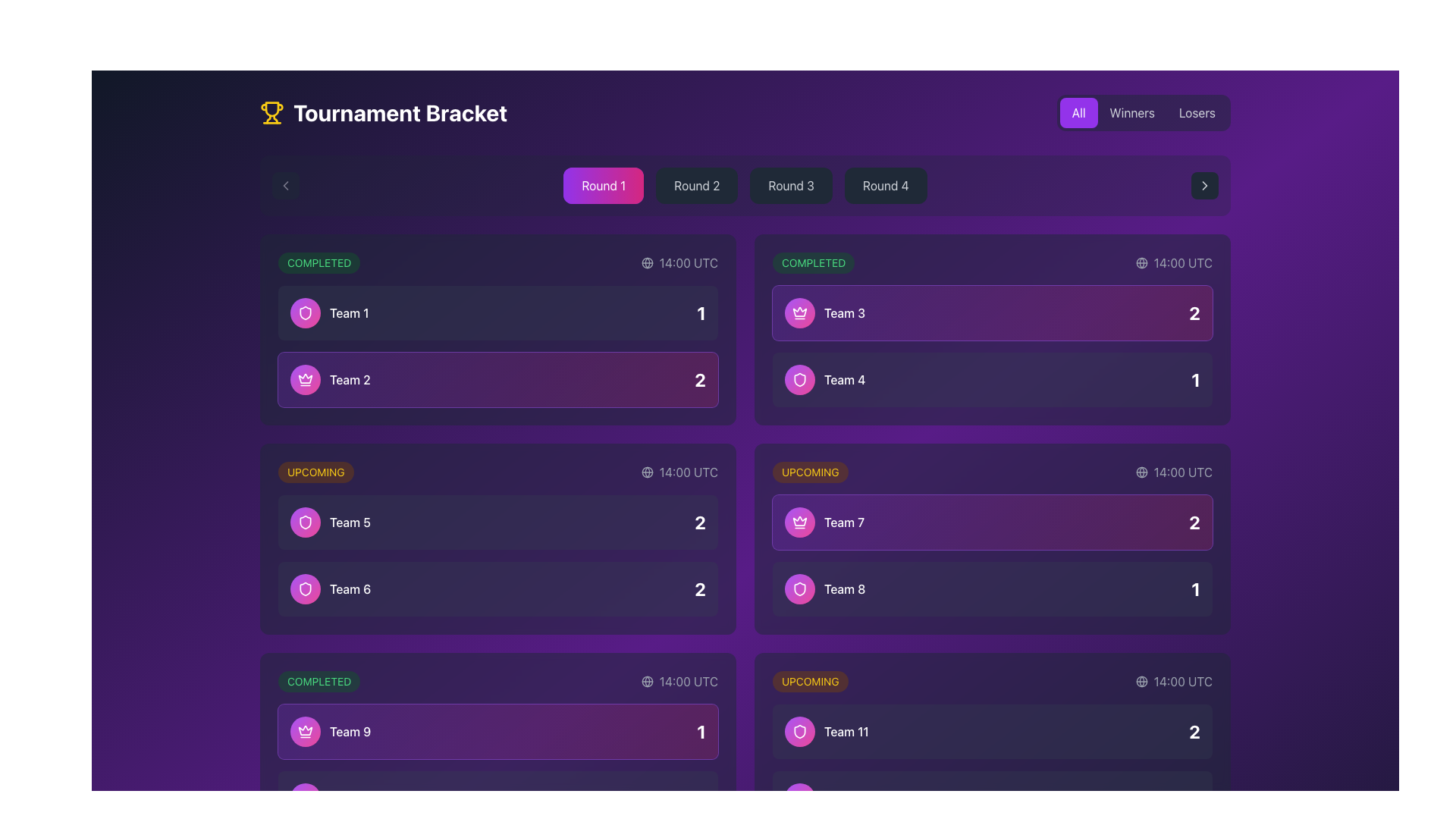 The width and height of the screenshot is (1456, 819). What do you see at coordinates (799, 588) in the screenshot?
I see `the decorative icon associated with Team 8 in the second upcoming match section, located near the top left of the circular gradient background` at bounding box center [799, 588].